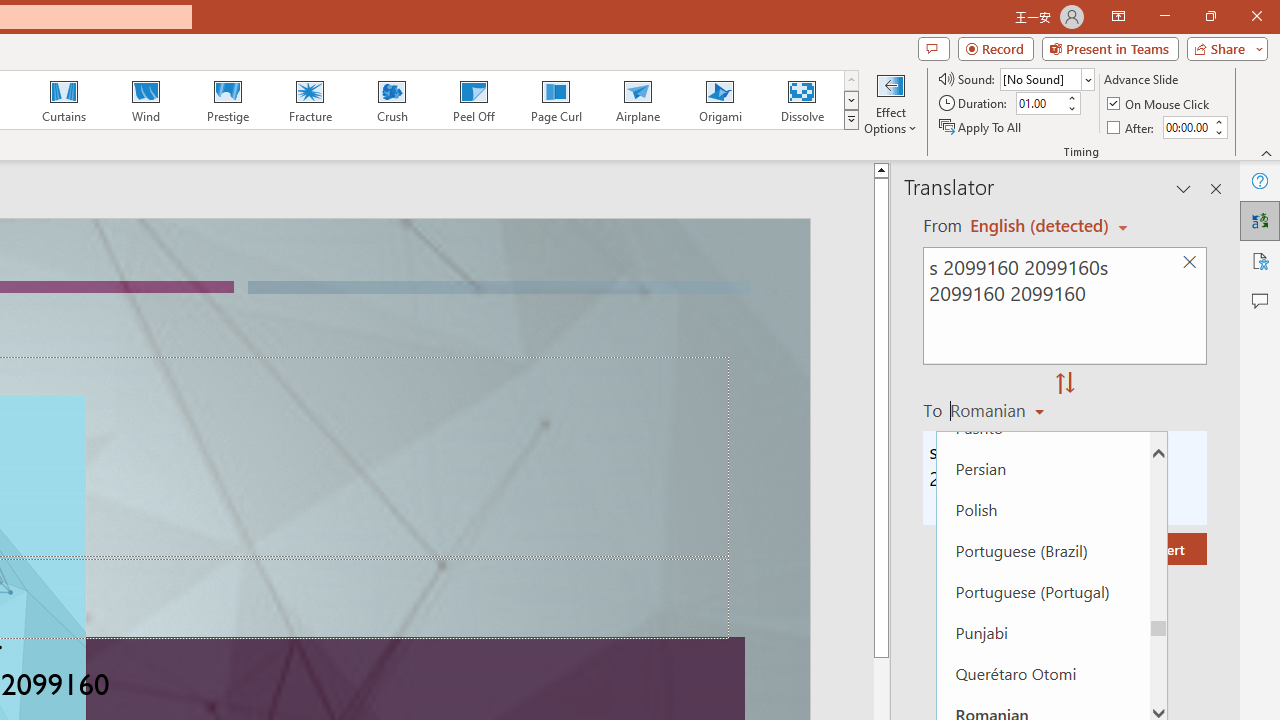 This screenshot has height=720, width=1280. Describe the element at coordinates (636, 100) in the screenshot. I see `'Airplane'` at that location.